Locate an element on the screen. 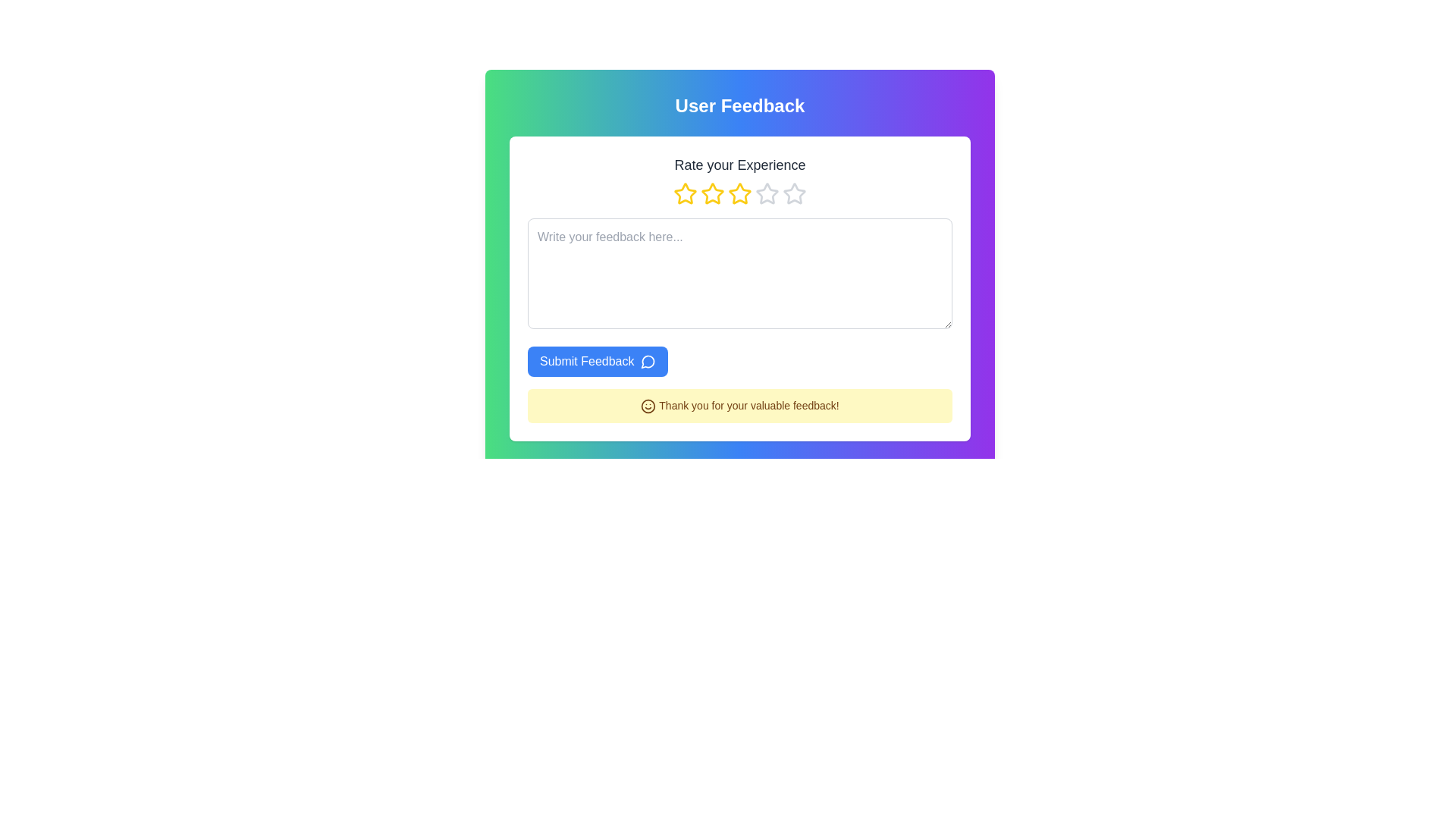 Image resolution: width=1456 pixels, height=819 pixels. the 'Rate your Experience' text label, which is bold and centrally aligned below the 'User Feedback' heading is located at coordinates (739, 165).